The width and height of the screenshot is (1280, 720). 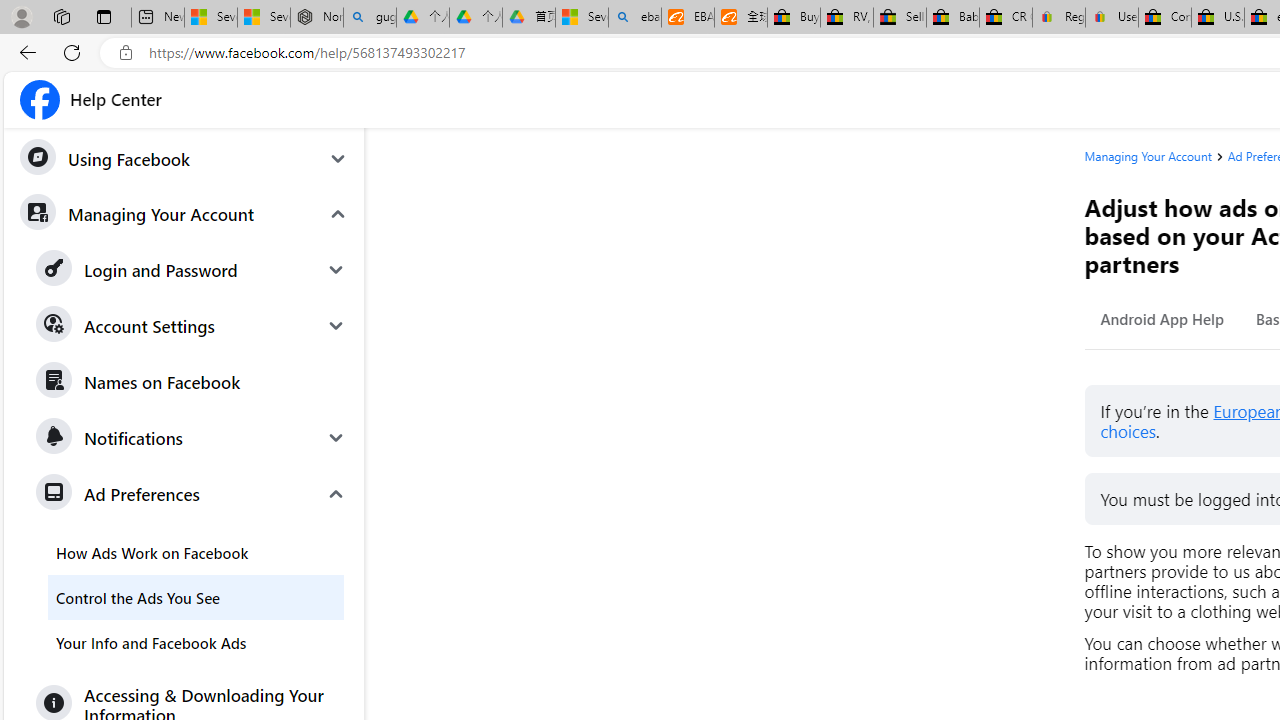 What do you see at coordinates (196, 552) in the screenshot?
I see `'How Ads Work on Facebook'` at bounding box center [196, 552].